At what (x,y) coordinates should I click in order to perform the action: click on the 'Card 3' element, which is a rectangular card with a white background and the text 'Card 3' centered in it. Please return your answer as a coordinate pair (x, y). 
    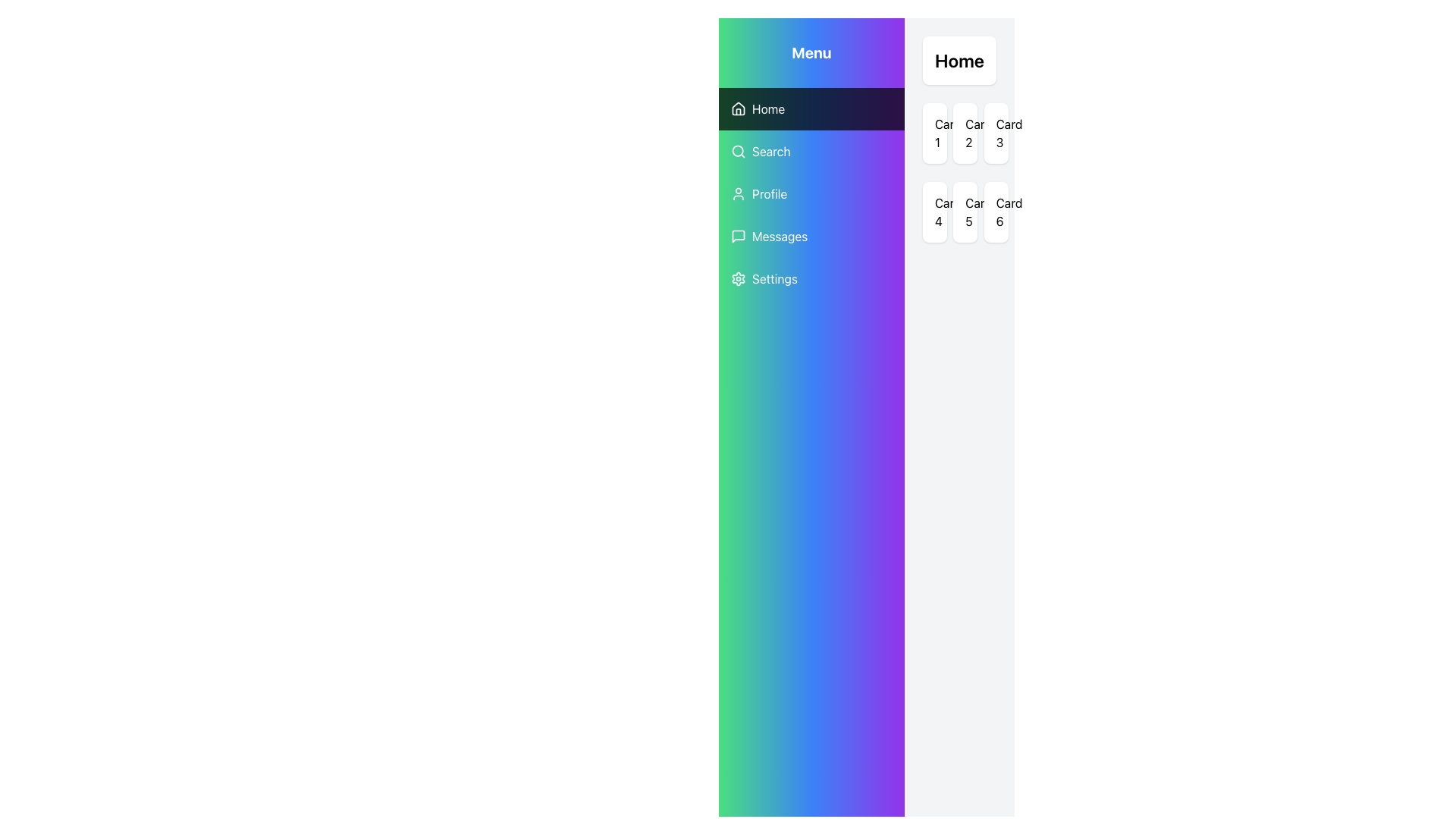
    Looking at the image, I should click on (996, 133).